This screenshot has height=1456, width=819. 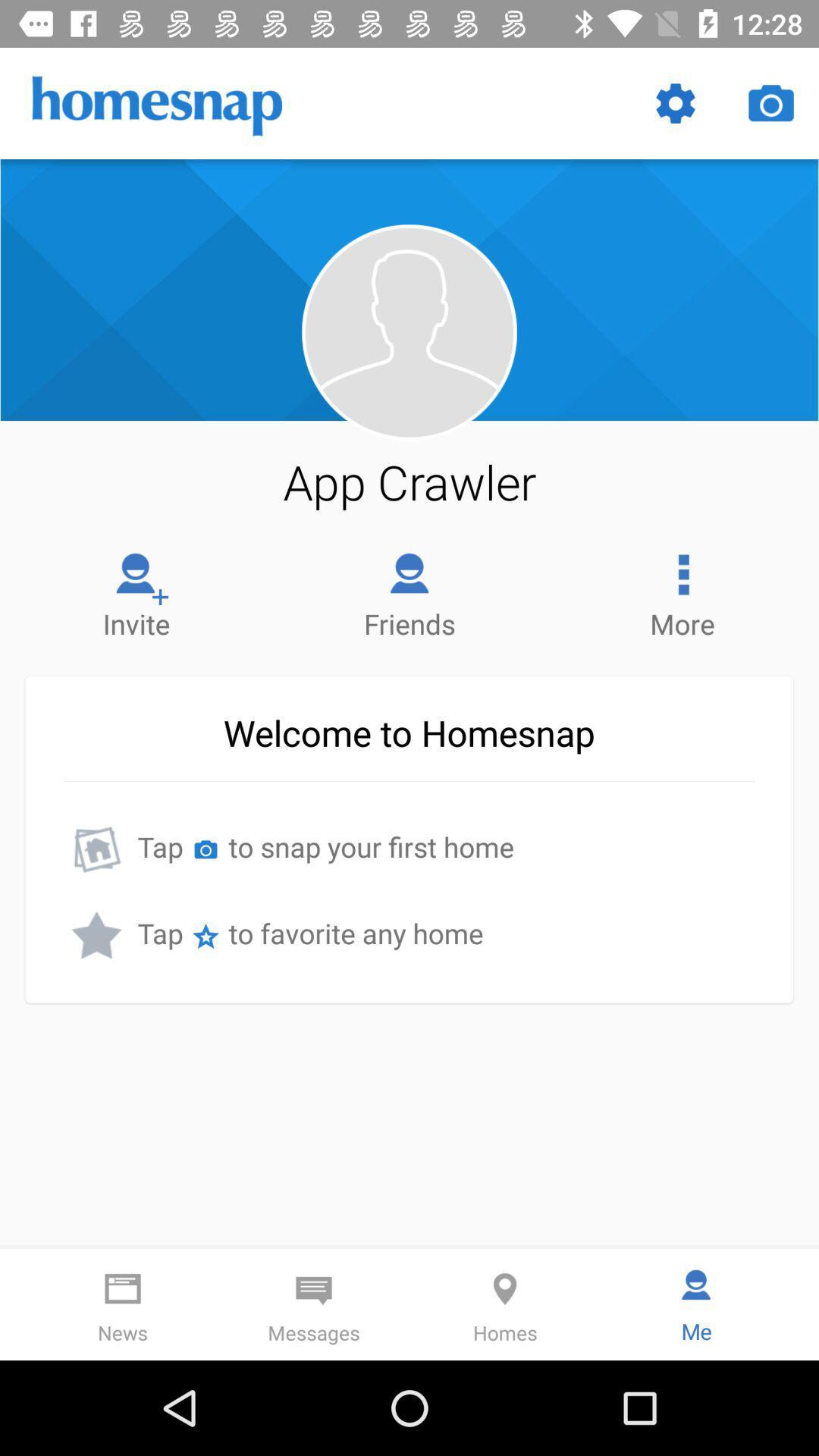 What do you see at coordinates (681, 591) in the screenshot?
I see `item above welcome to homesnap icon` at bounding box center [681, 591].